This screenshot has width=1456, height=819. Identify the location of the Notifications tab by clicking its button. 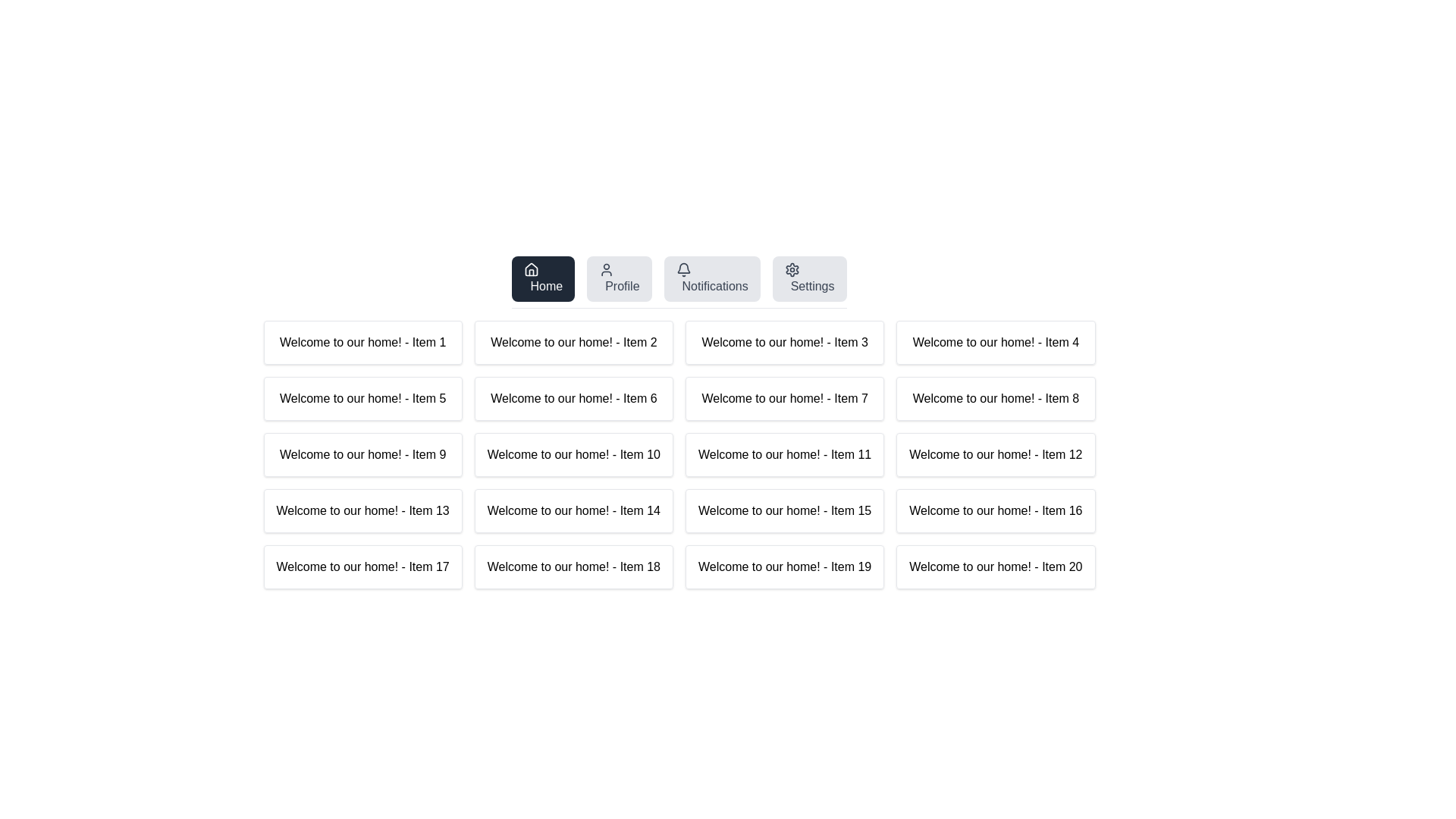
(711, 278).